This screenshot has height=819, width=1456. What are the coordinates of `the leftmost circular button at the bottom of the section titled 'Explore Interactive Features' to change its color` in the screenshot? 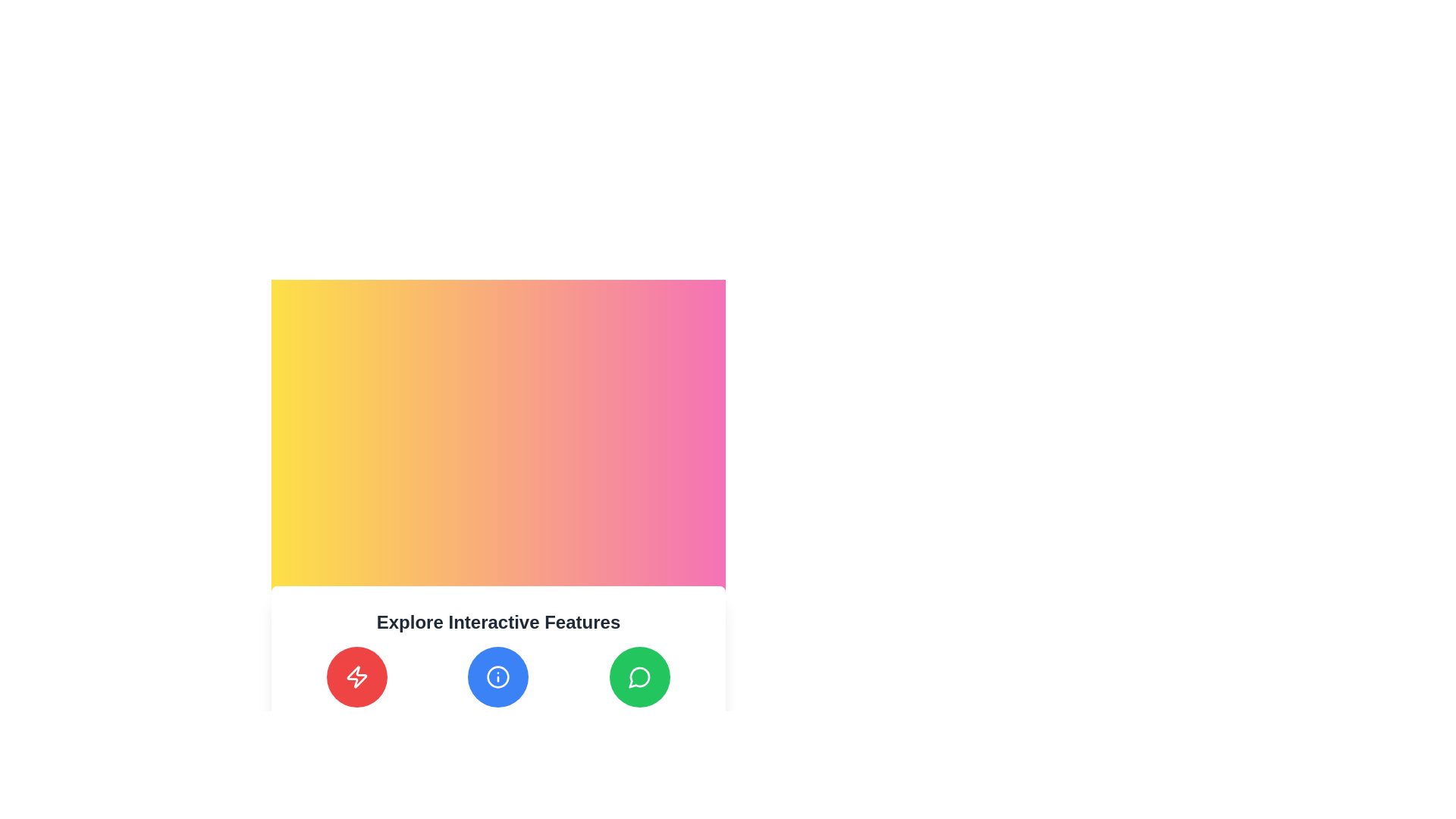 It's located at (356, 676).